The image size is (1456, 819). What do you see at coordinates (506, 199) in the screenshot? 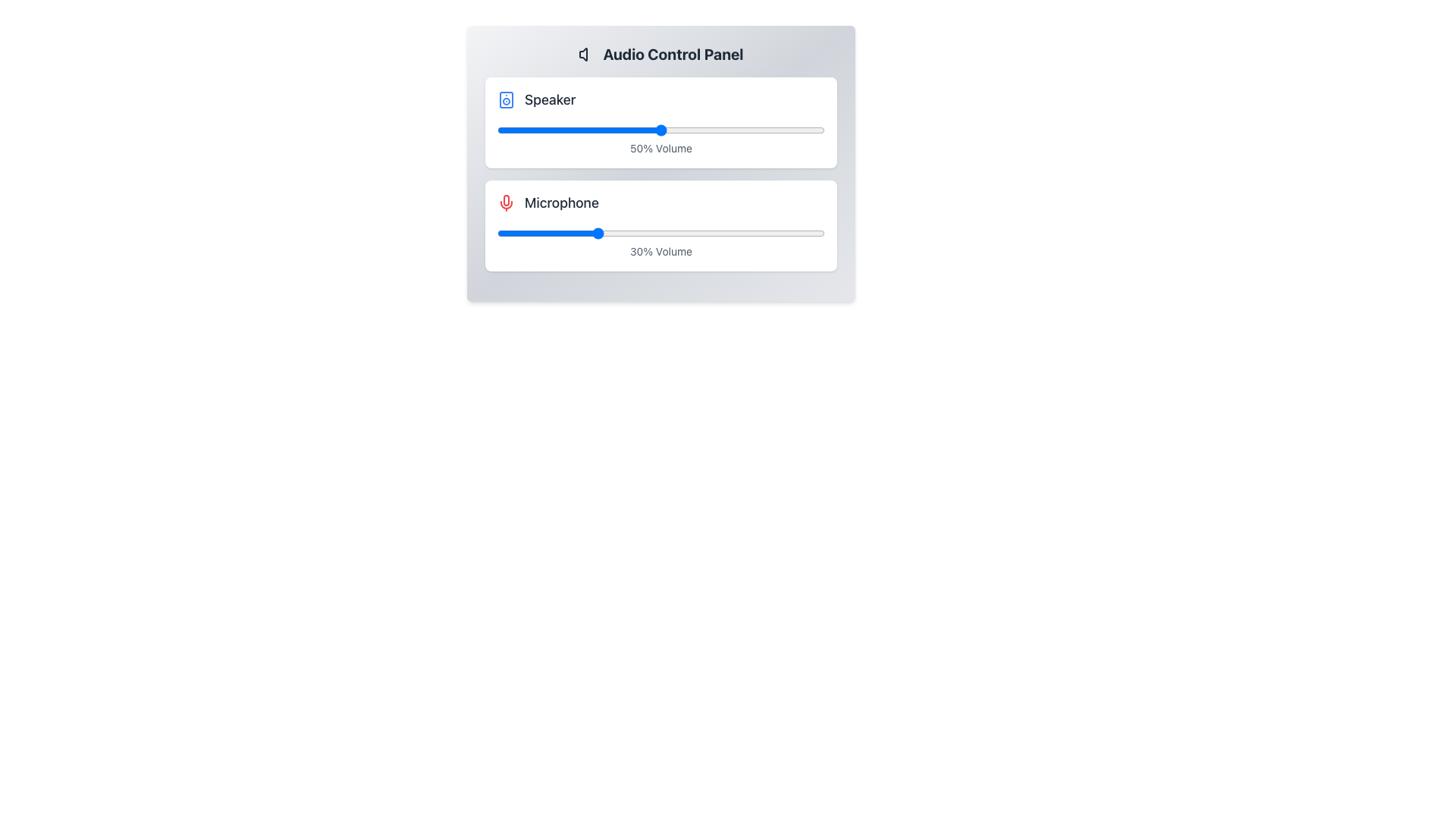
I see `the stylized red microphone icon located next to the 'Microphone' label in the 'Audio Control Panel' widget` at bounding box center [506, 199].